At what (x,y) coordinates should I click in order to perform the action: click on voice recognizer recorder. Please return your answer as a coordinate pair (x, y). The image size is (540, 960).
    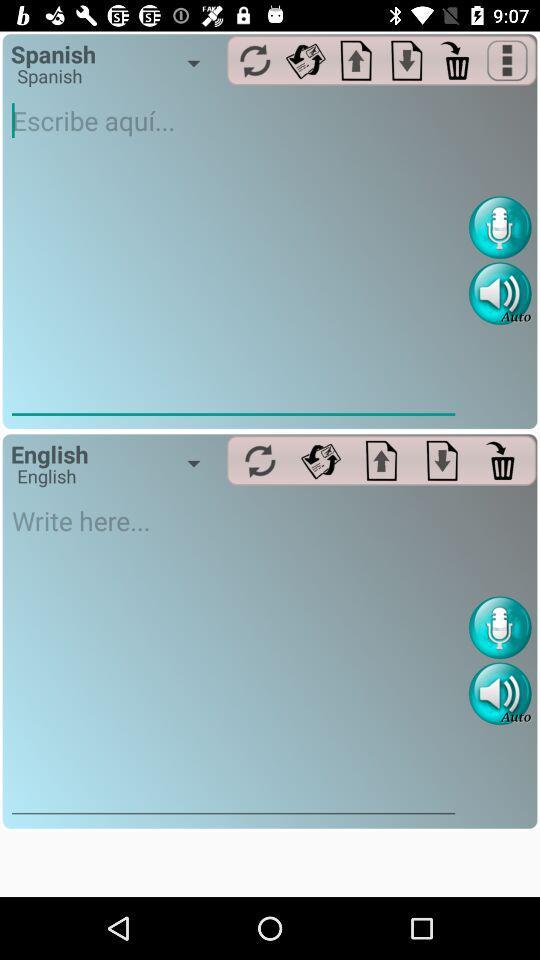
    Looking at the image, I should click on (499, 626).